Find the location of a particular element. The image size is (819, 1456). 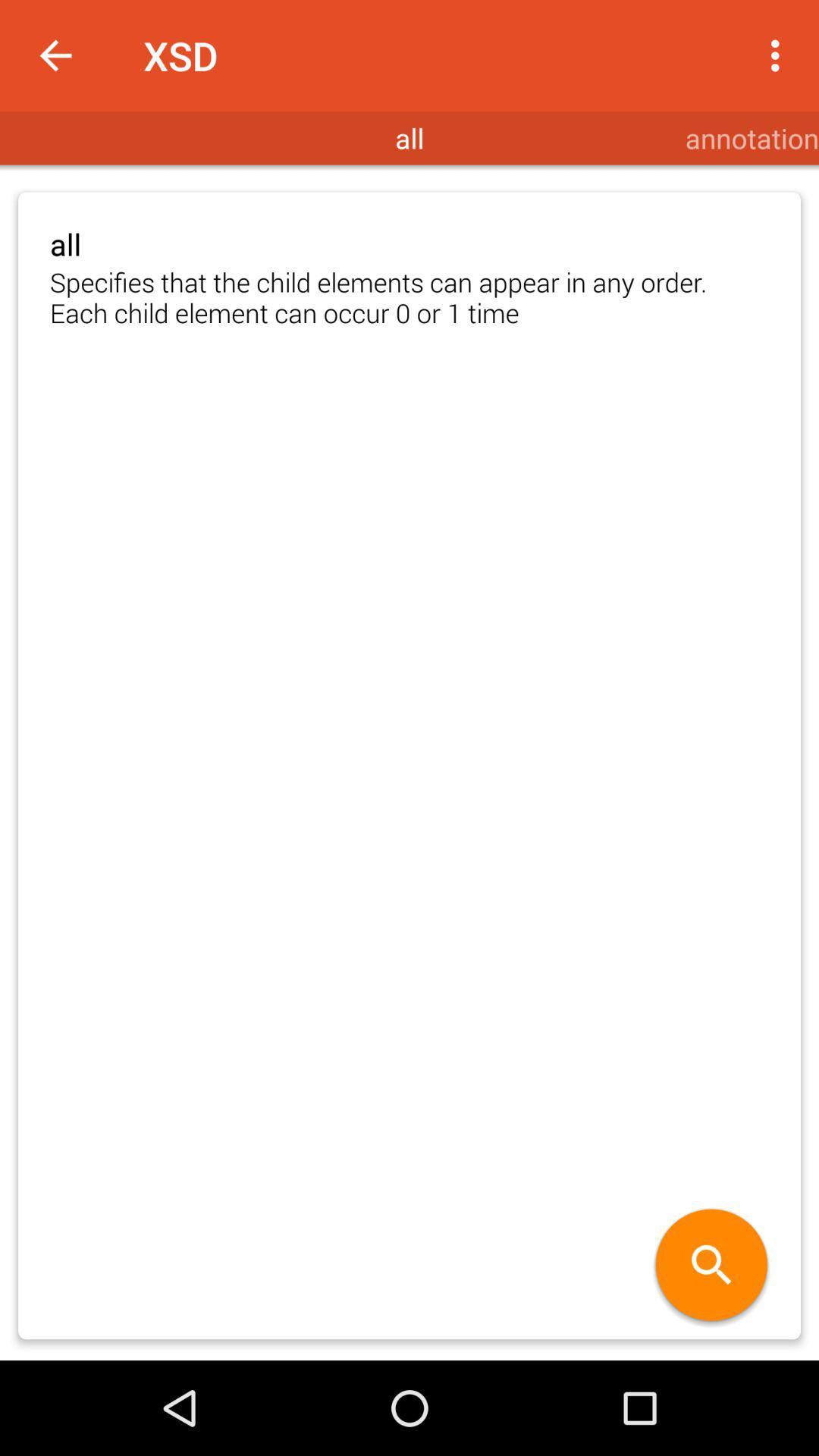

icon next to the xsd icon is located at coordinates (55, 55).